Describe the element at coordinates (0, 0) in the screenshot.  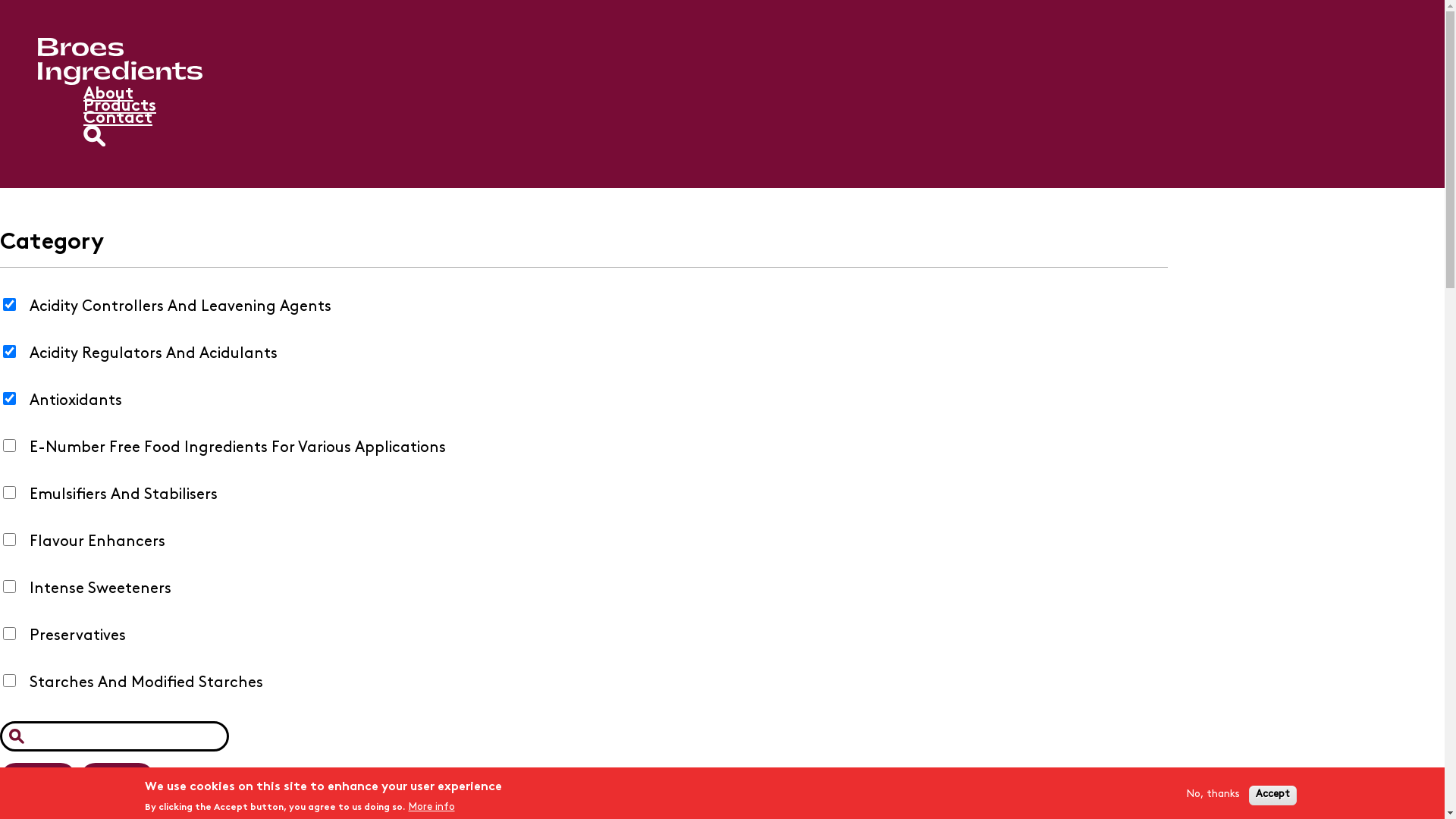
I see `'Skip to main content'` at that location.